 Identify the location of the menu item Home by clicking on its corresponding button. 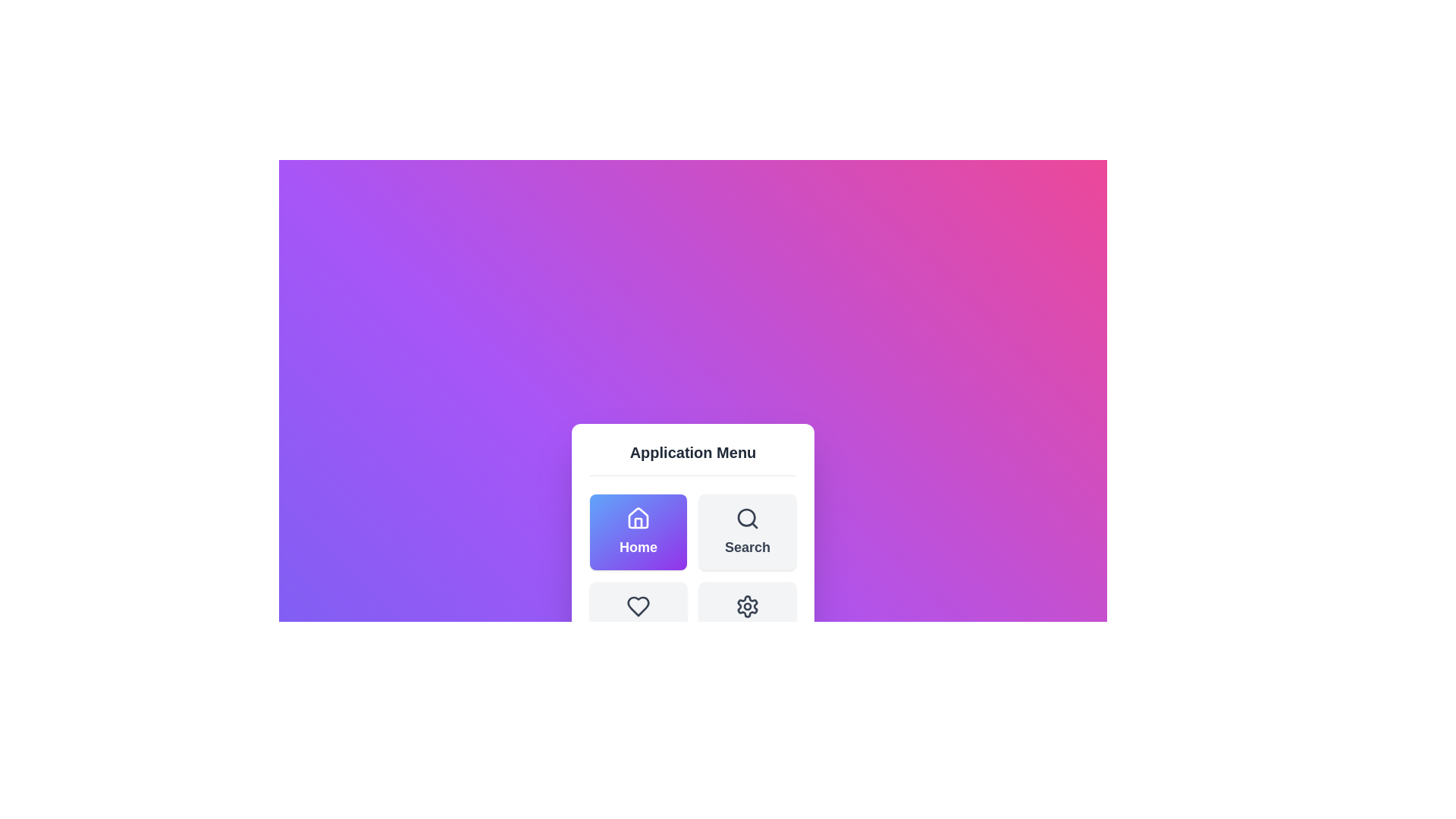
(638, 531).